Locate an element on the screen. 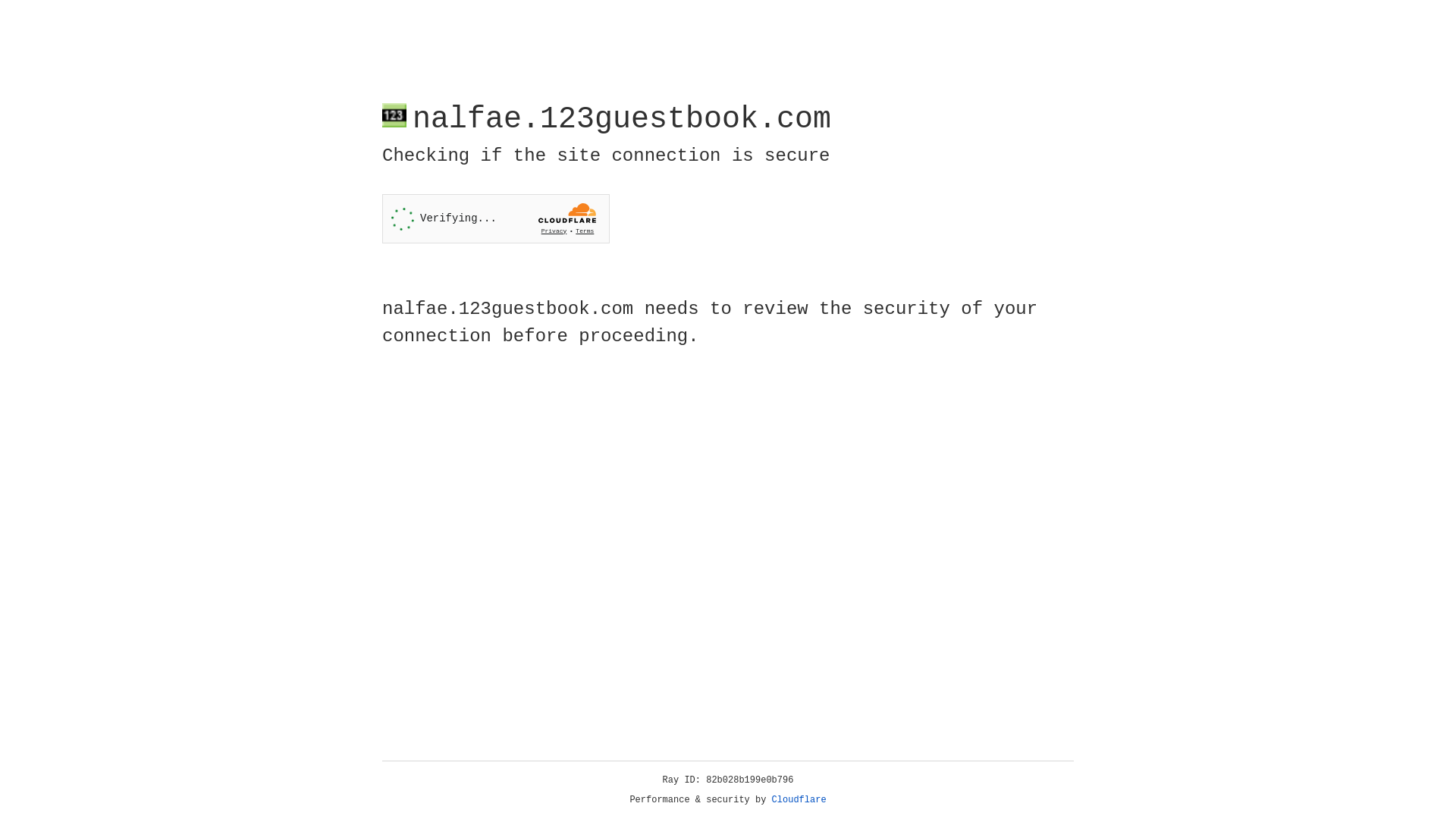 The height and width of the screenshot is (819, 1456). 'Cloudflare' is located at coordinates (799, 799).